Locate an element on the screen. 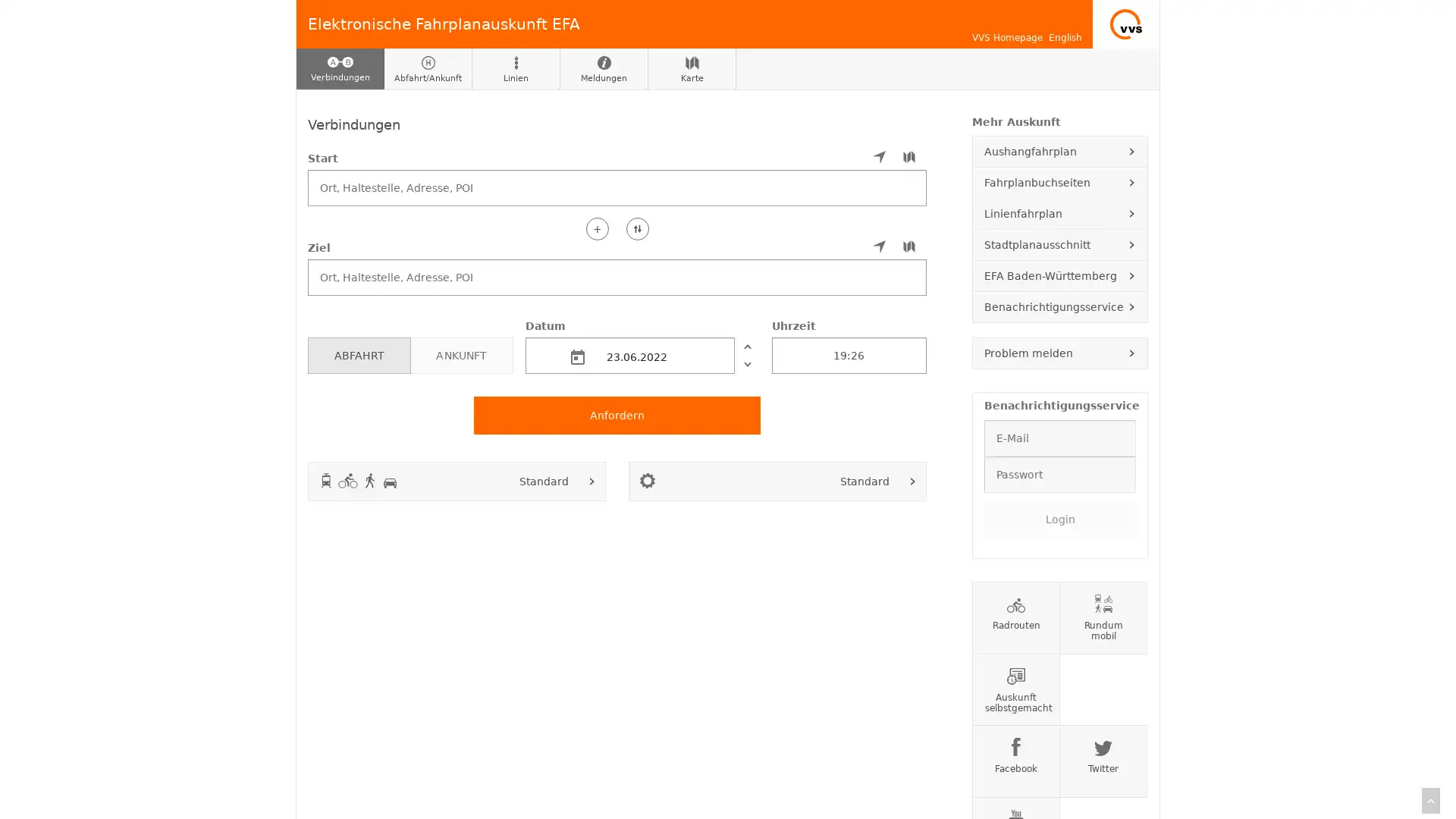  + is located at coordinates (596, 227).